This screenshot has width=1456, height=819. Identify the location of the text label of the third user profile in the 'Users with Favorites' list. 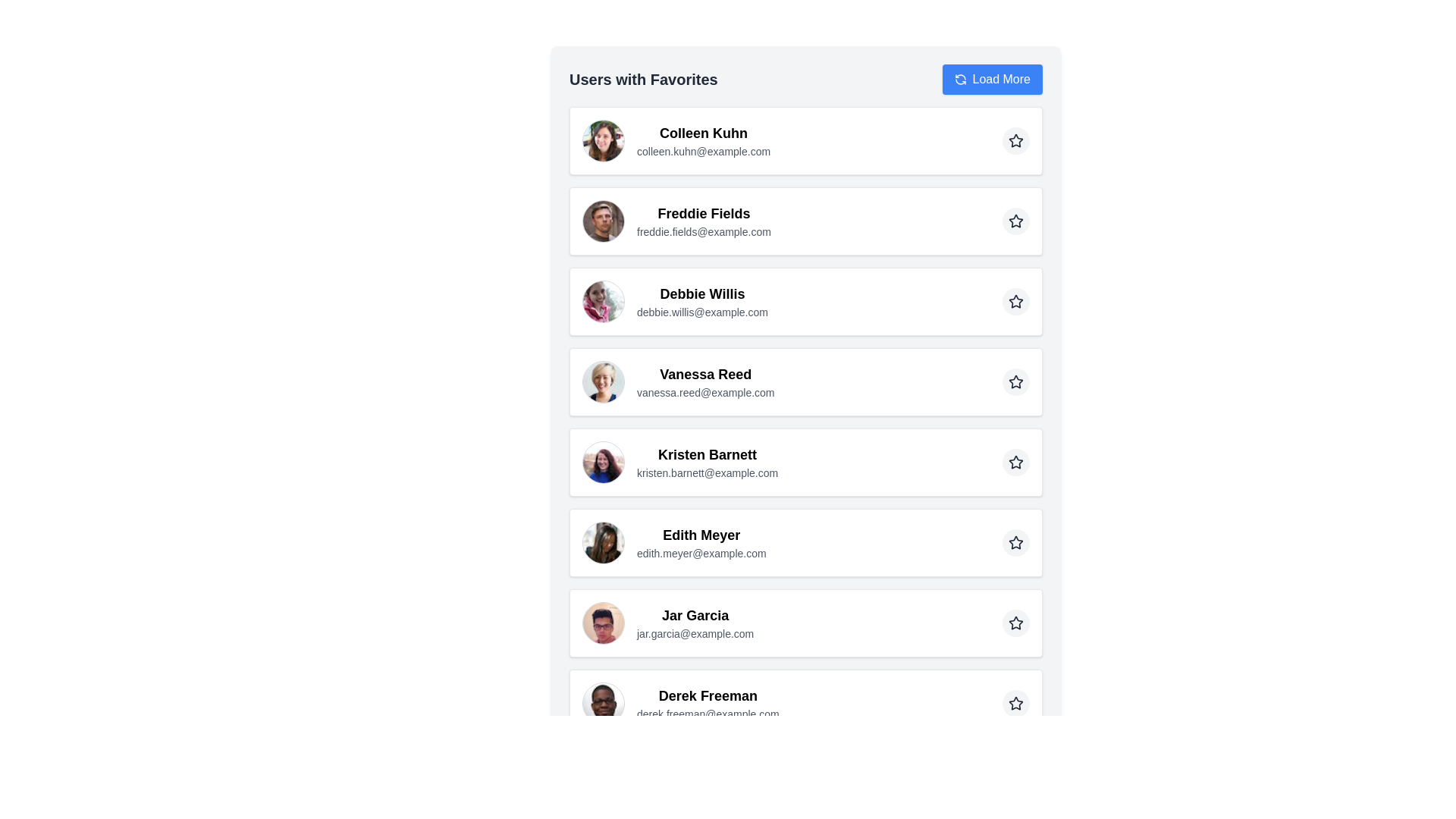
(674, 301).